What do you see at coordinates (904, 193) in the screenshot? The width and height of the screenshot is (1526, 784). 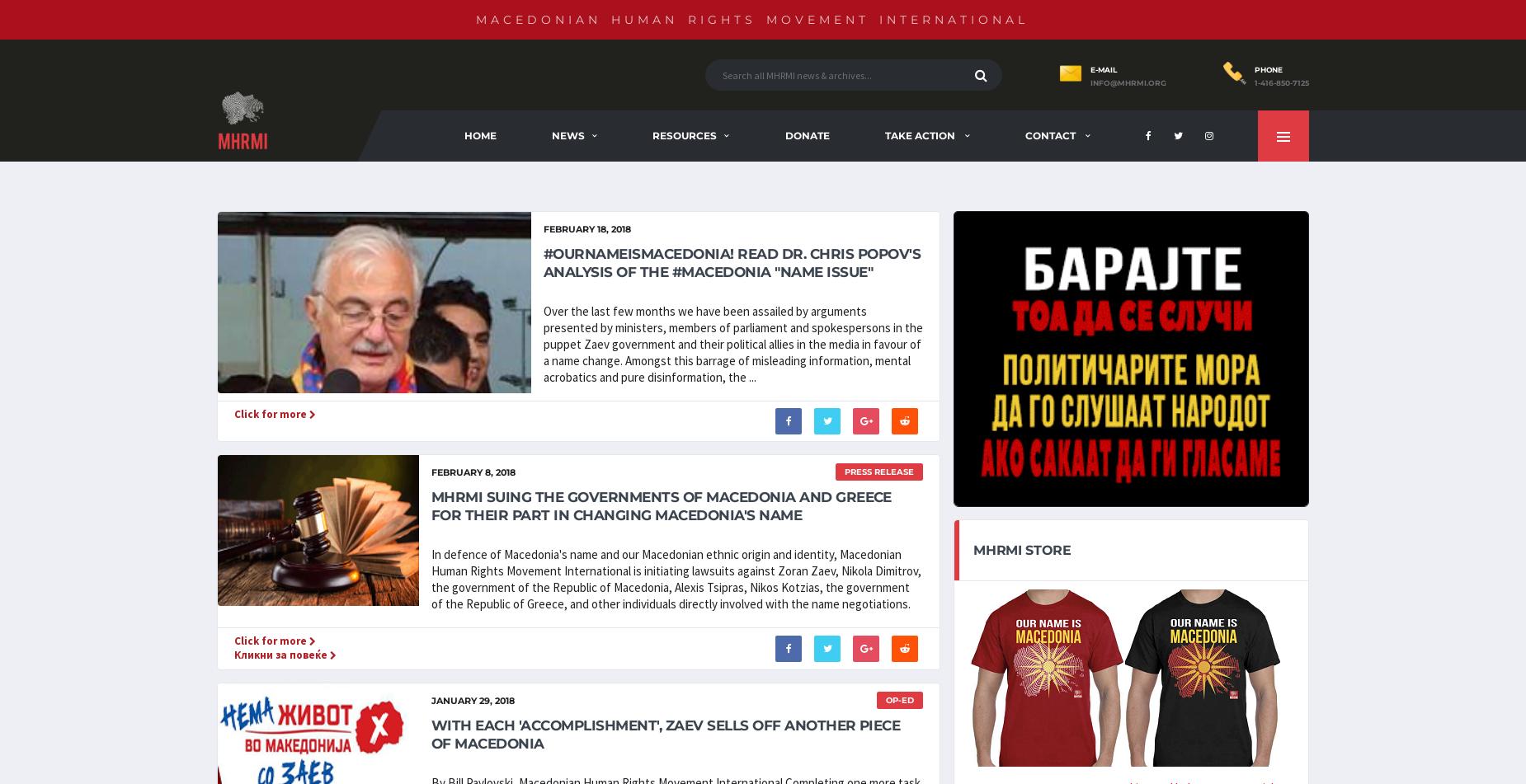 I see `'Greek Discrimination Against Ethnic Macedonians'` at bounding box center [904, 193].